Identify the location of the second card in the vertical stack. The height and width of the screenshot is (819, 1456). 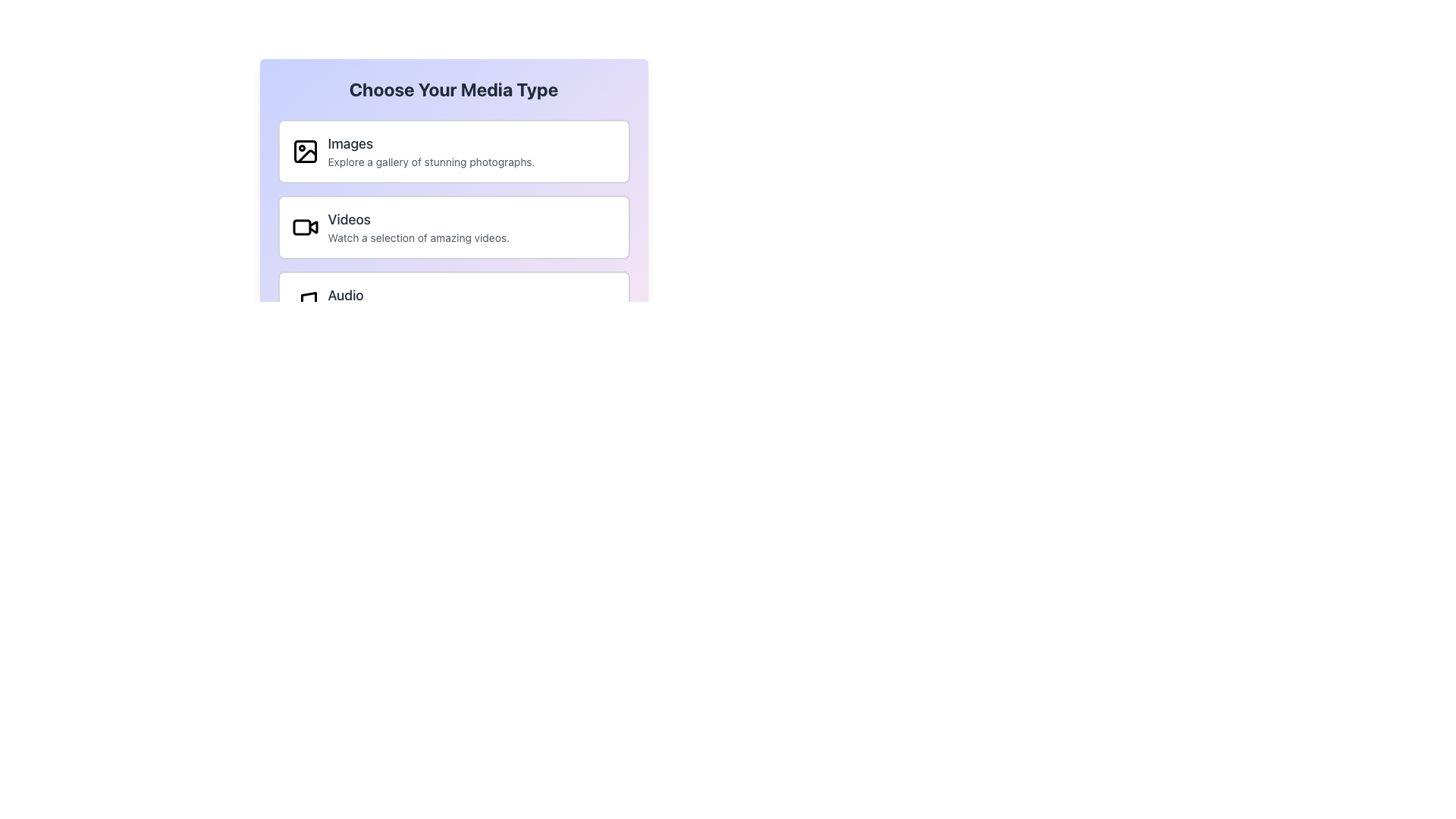
(453, 227).